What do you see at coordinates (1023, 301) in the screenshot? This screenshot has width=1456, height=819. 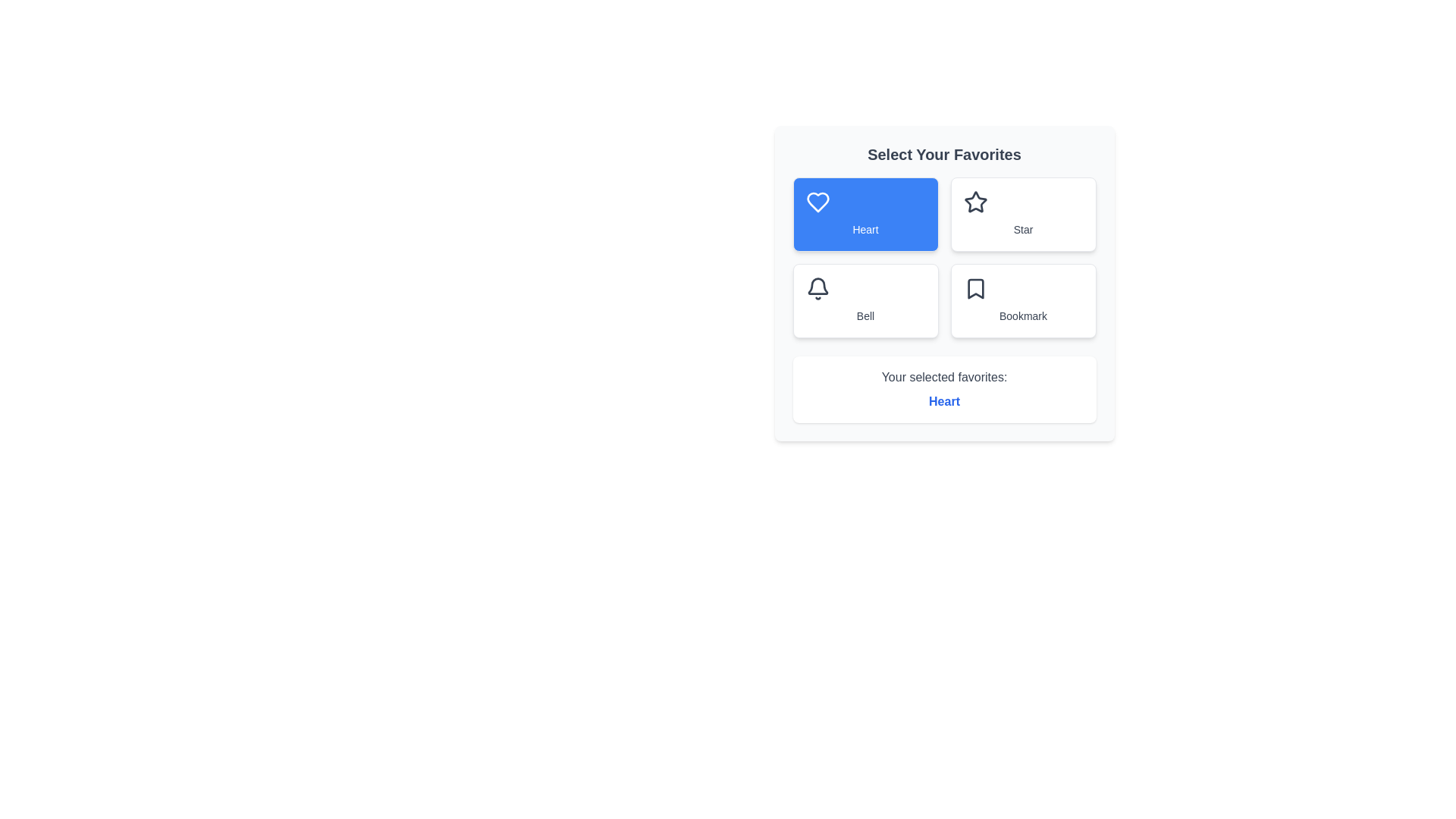 I see `the favorite icon Bookmark` at bounding box center [1023, 301].